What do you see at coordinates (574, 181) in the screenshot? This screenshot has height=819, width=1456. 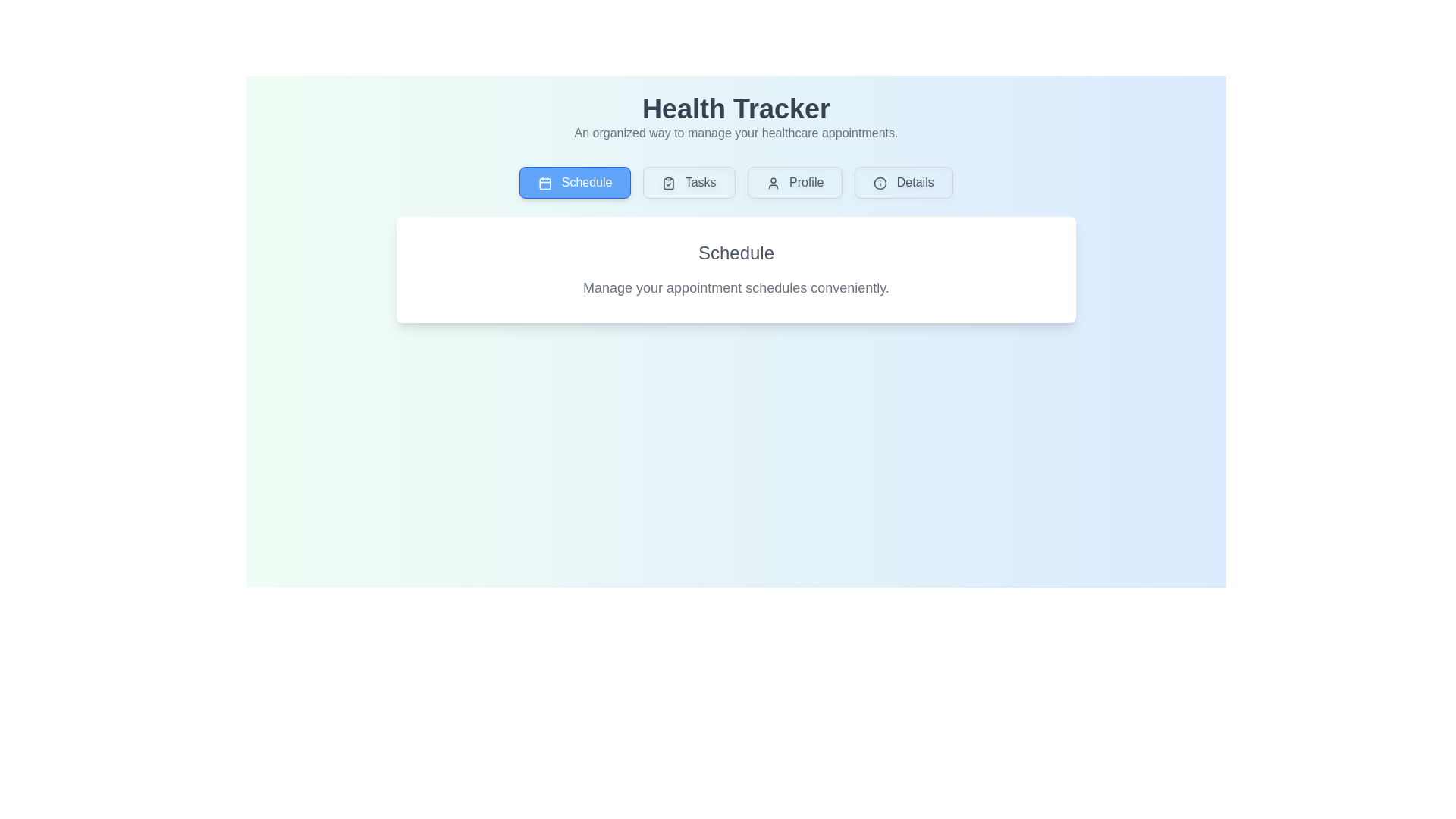 I see `the Schedule tab by clicking on its button` at bounding box center [574, 181].